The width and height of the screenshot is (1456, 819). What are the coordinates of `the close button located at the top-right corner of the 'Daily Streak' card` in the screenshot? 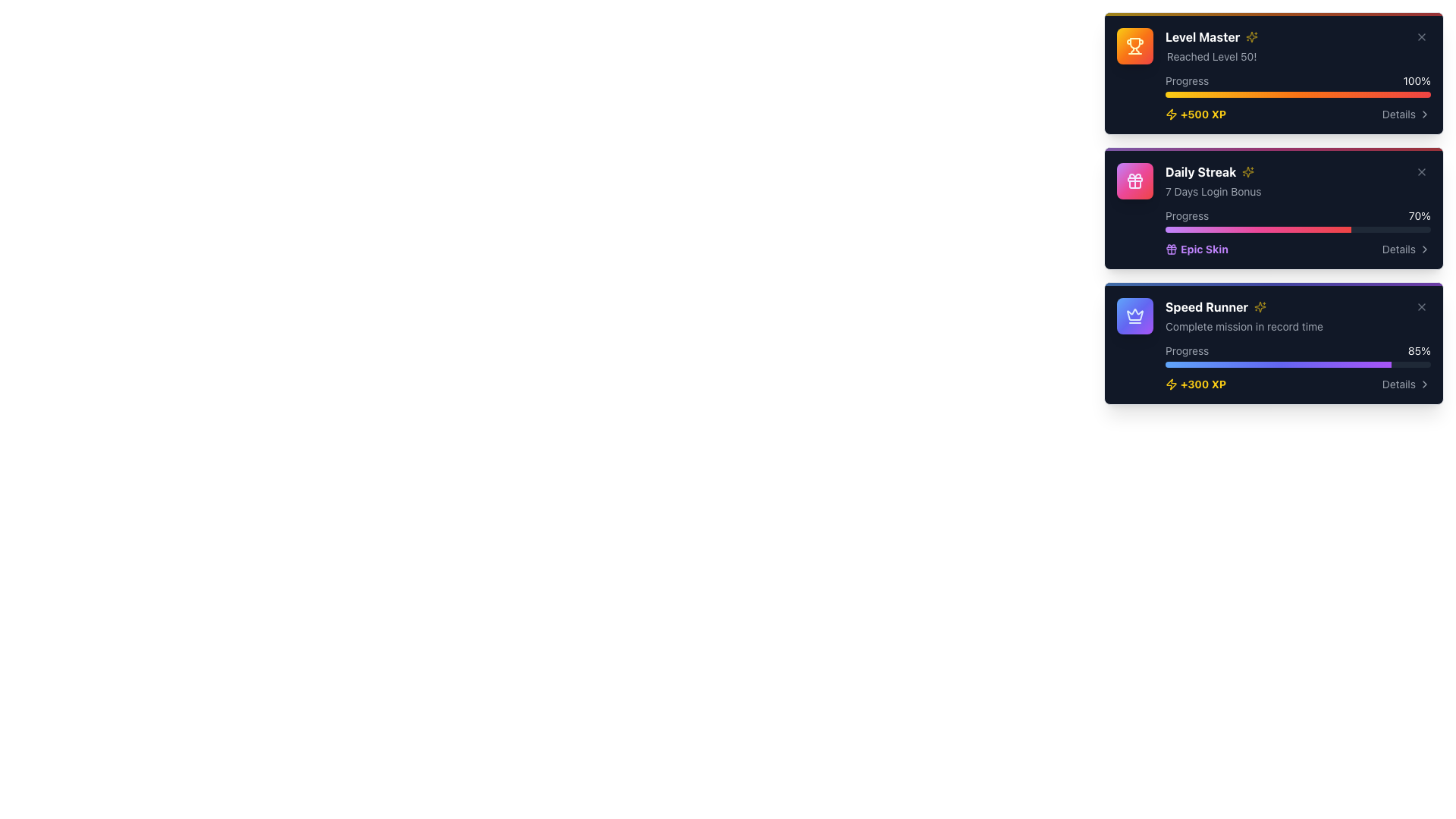 It's located at (1421, 171).